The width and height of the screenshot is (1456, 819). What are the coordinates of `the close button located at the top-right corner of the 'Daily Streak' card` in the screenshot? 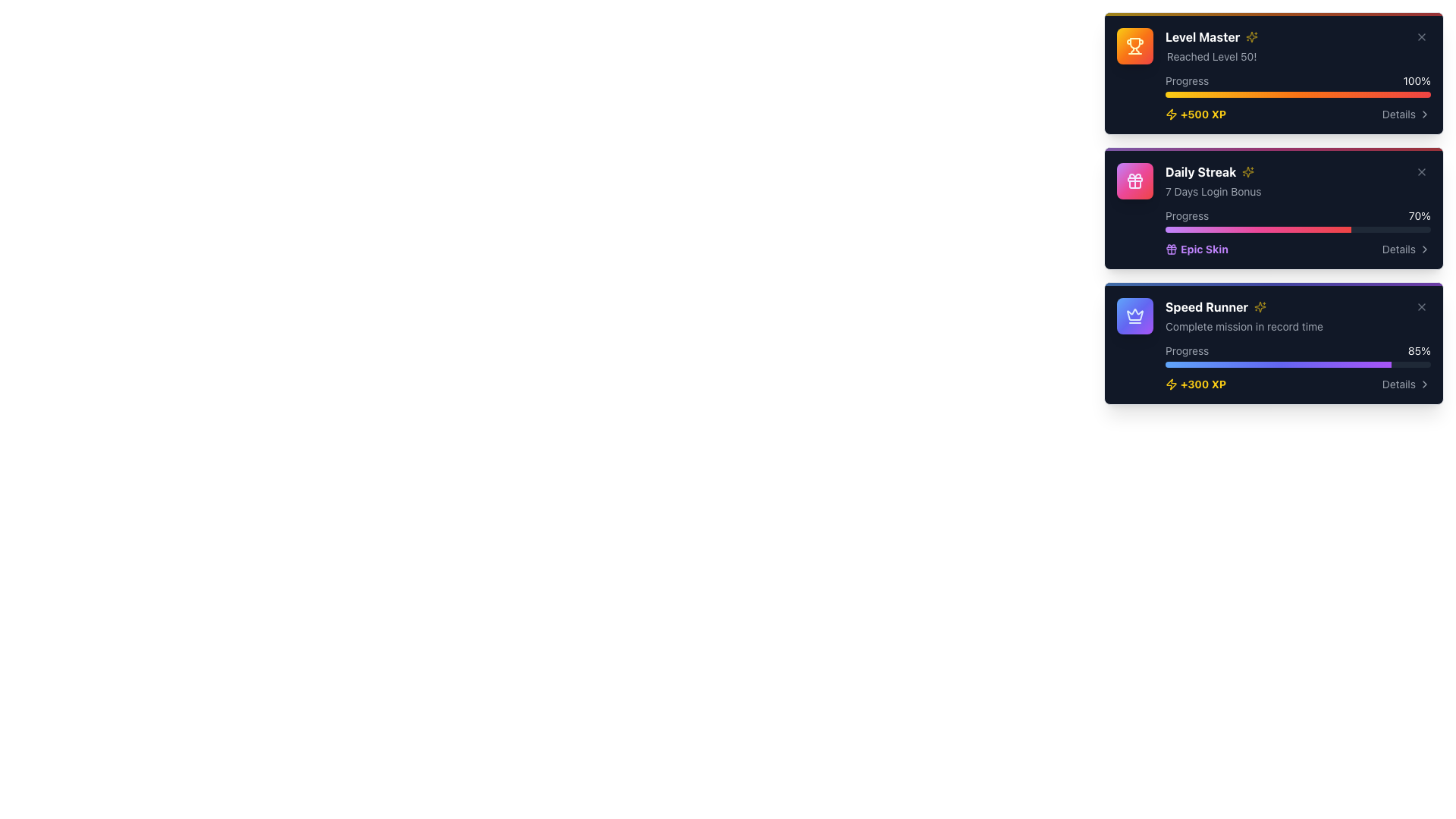 It's located at (1421, 171).